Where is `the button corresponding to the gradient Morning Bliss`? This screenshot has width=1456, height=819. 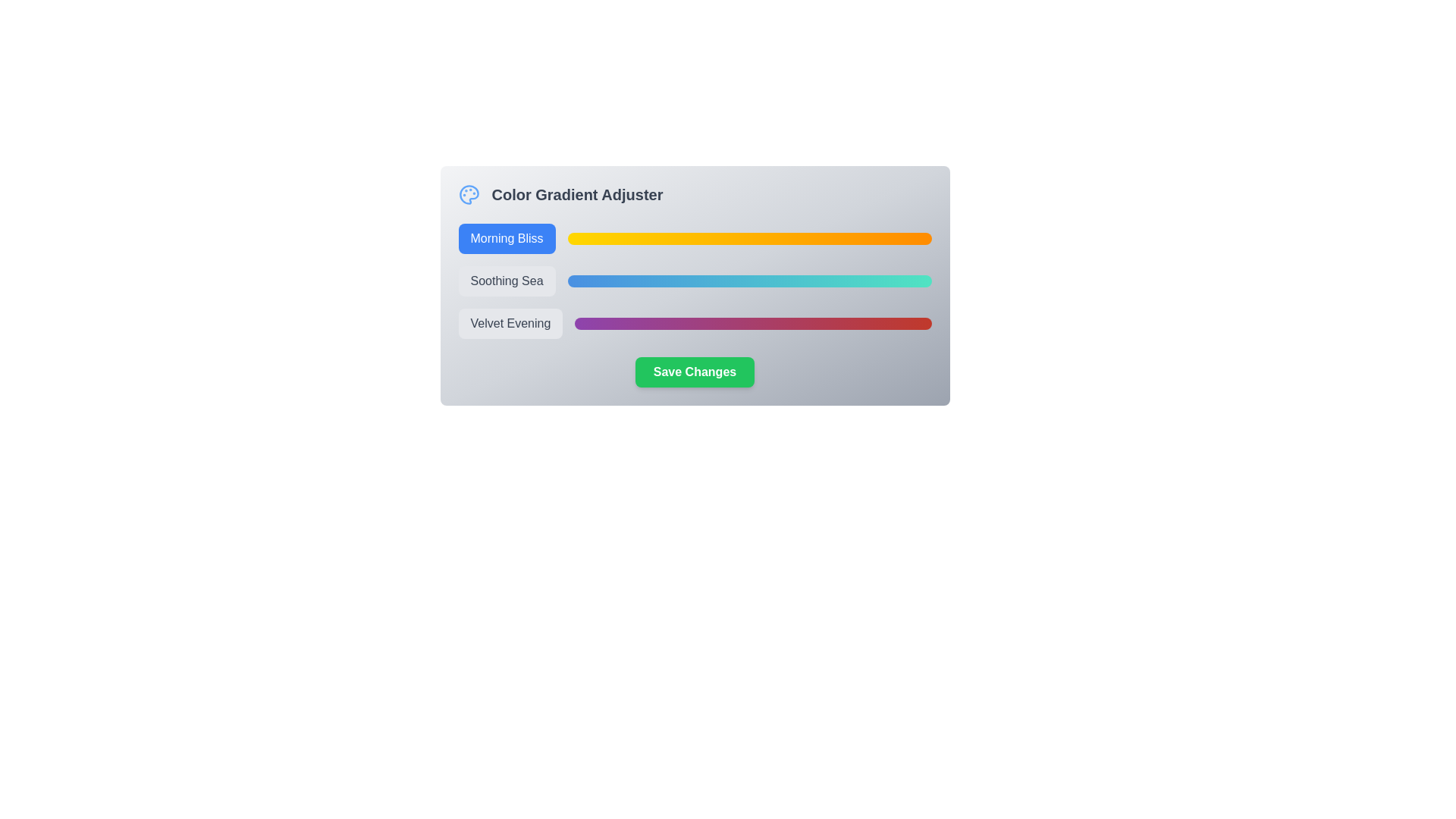 the button corresponding to the gradient Morning Bliss is located at coordinates (507, 239).